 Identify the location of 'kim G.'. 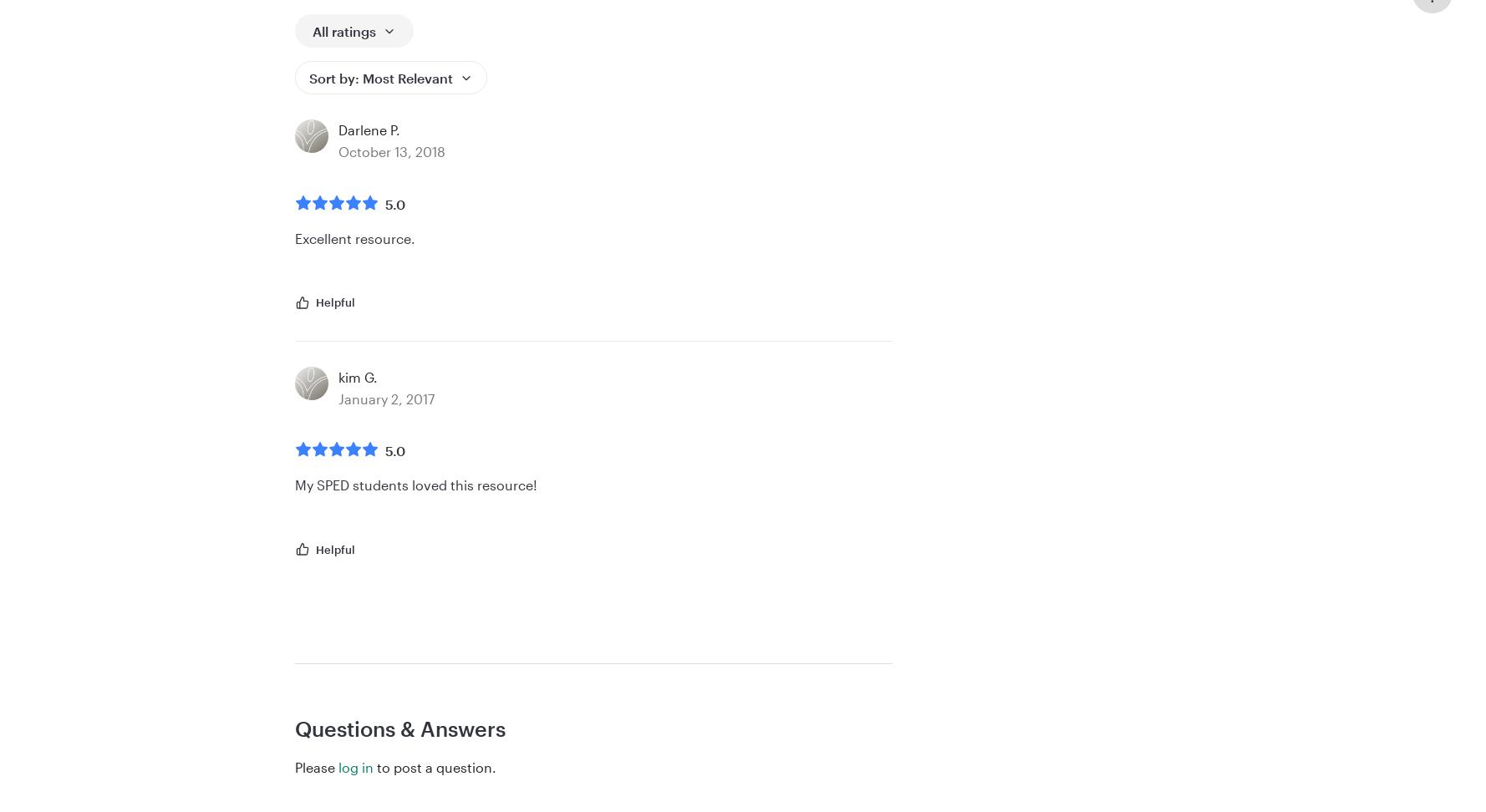
(338, 376).